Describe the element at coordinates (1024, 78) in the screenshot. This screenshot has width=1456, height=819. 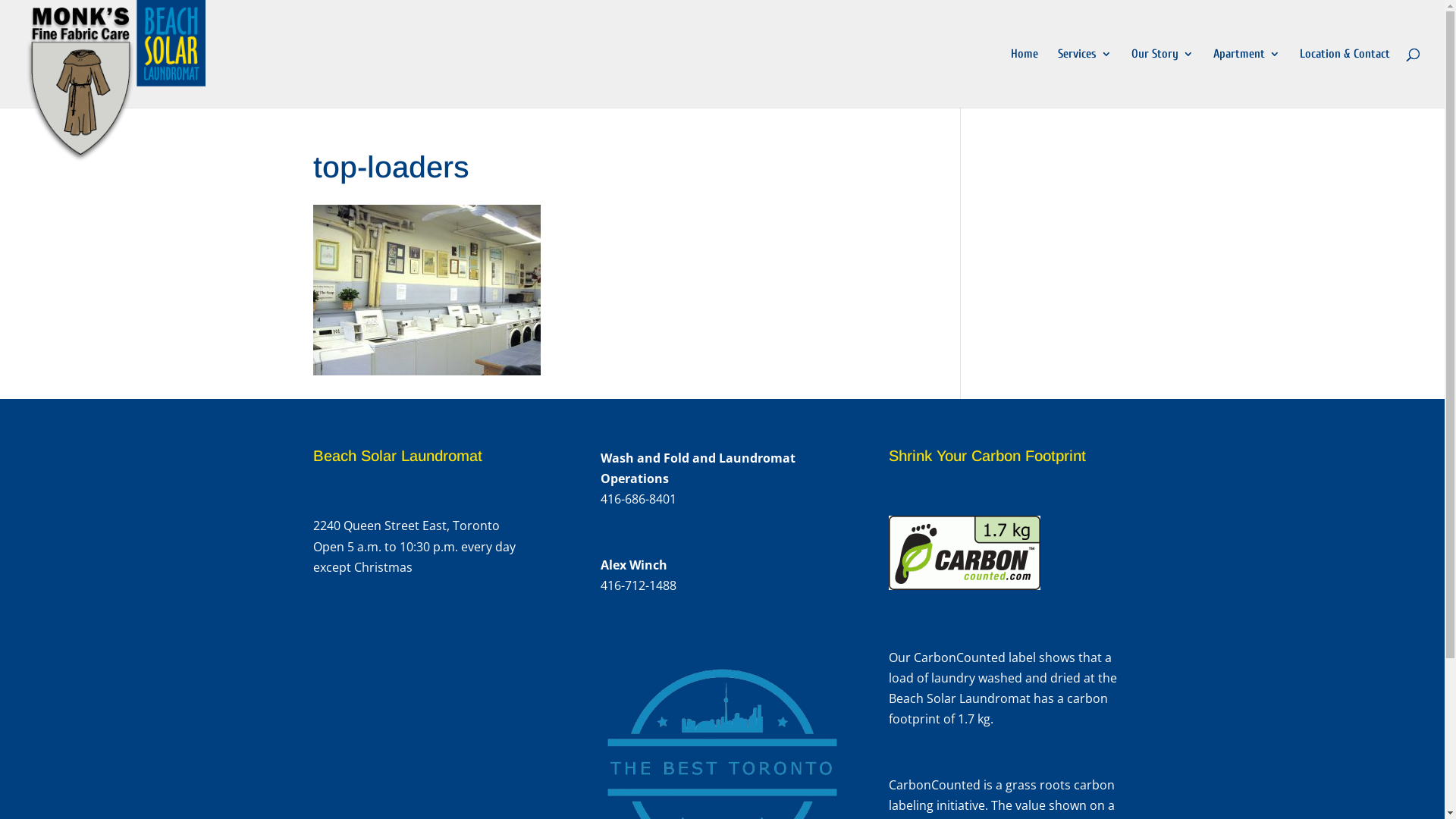
I see `'Home'` at that location.